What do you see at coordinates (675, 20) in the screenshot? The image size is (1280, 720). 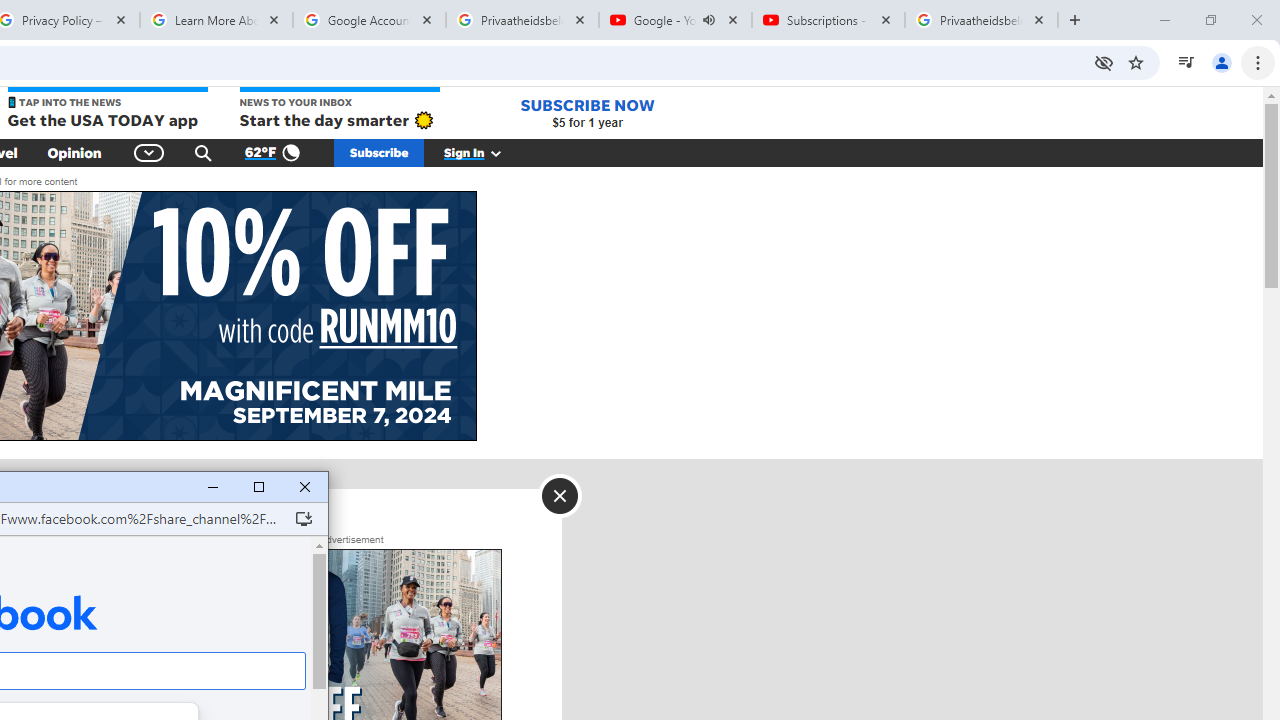 I see `'Google - YouTube - Audio playing'` at bounding box center [675, 20].